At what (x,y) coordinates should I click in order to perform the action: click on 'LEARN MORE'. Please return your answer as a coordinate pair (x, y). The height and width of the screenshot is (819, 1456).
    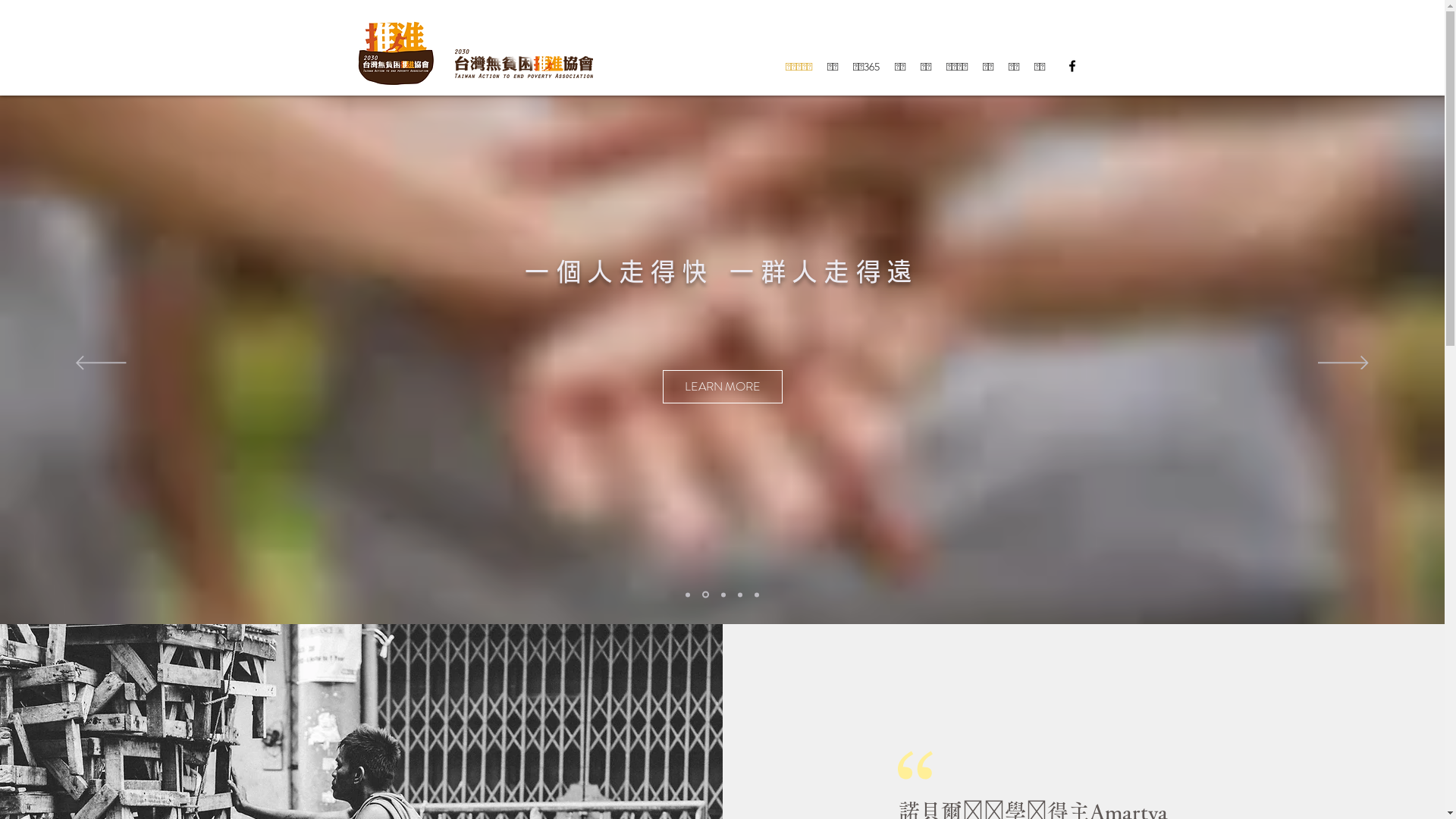
    Looking at the image, I should click on (763, 385).